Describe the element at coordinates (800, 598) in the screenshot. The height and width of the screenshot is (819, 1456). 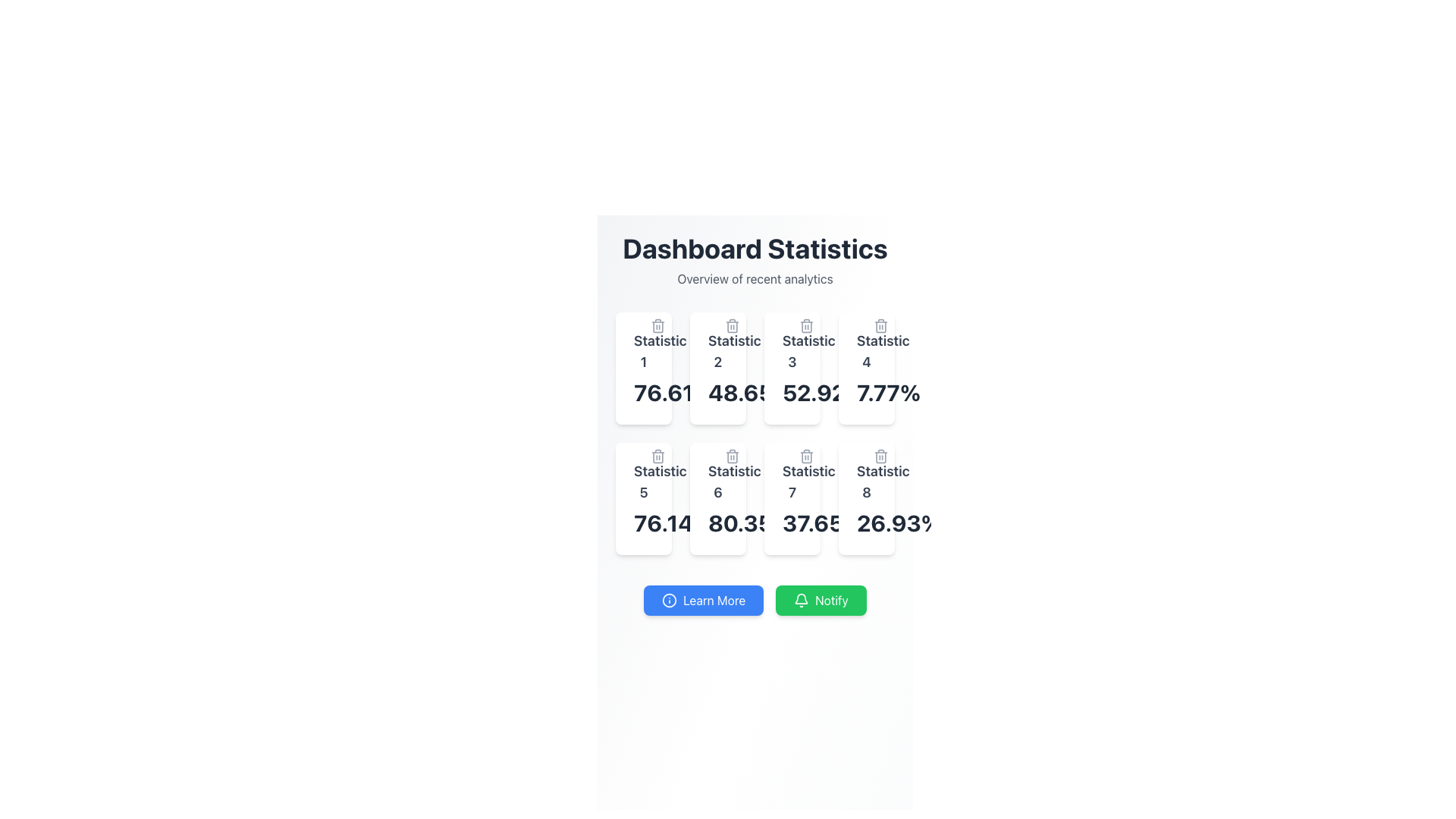
I see `the notification icon located within the green 'Notify' button at the bottom right corner of the layout` at that location.